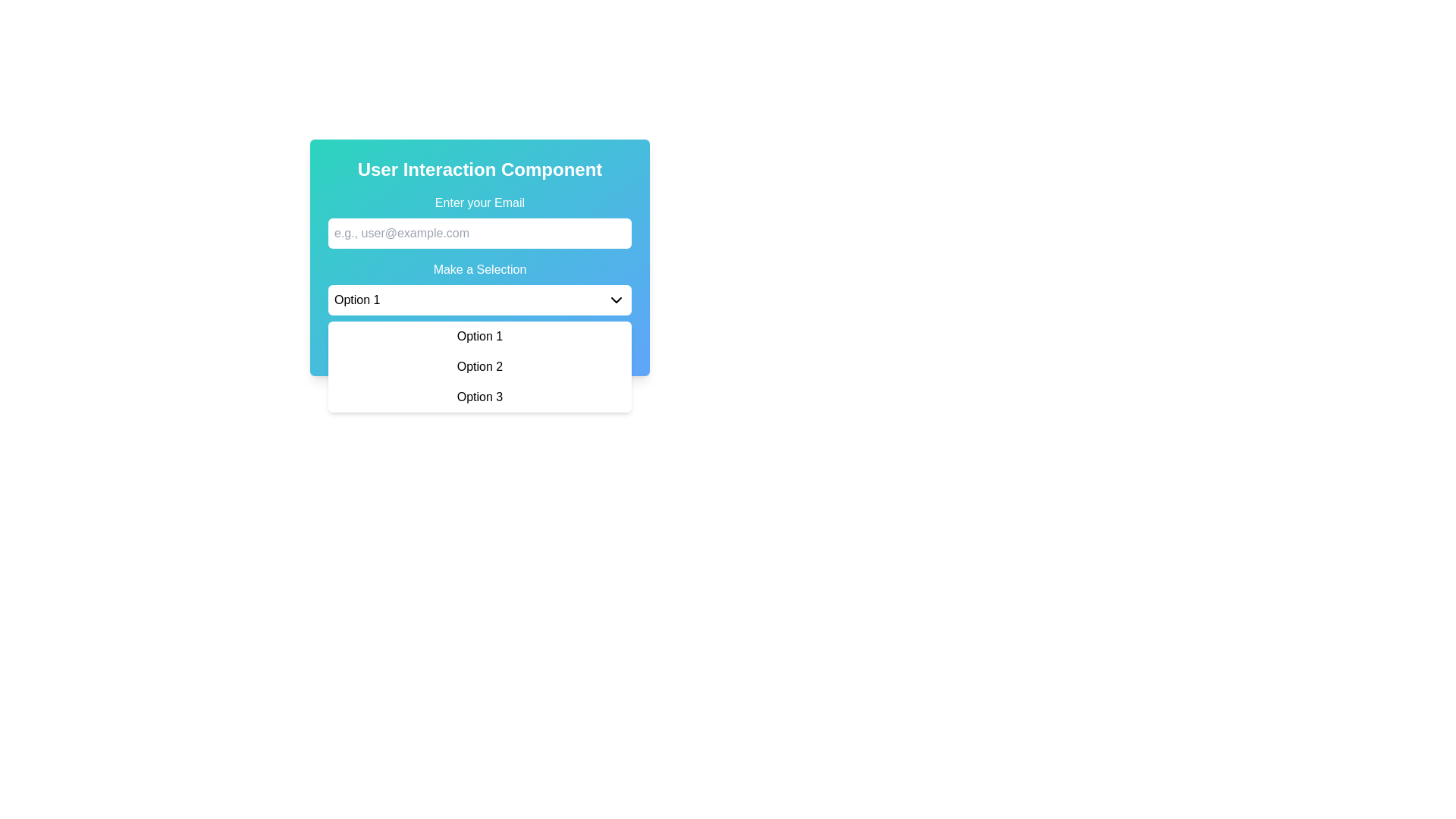  I want to click on the list item labeled 'Option 2' in the dropdown menu to trigger the background color change, so click(479, 366).